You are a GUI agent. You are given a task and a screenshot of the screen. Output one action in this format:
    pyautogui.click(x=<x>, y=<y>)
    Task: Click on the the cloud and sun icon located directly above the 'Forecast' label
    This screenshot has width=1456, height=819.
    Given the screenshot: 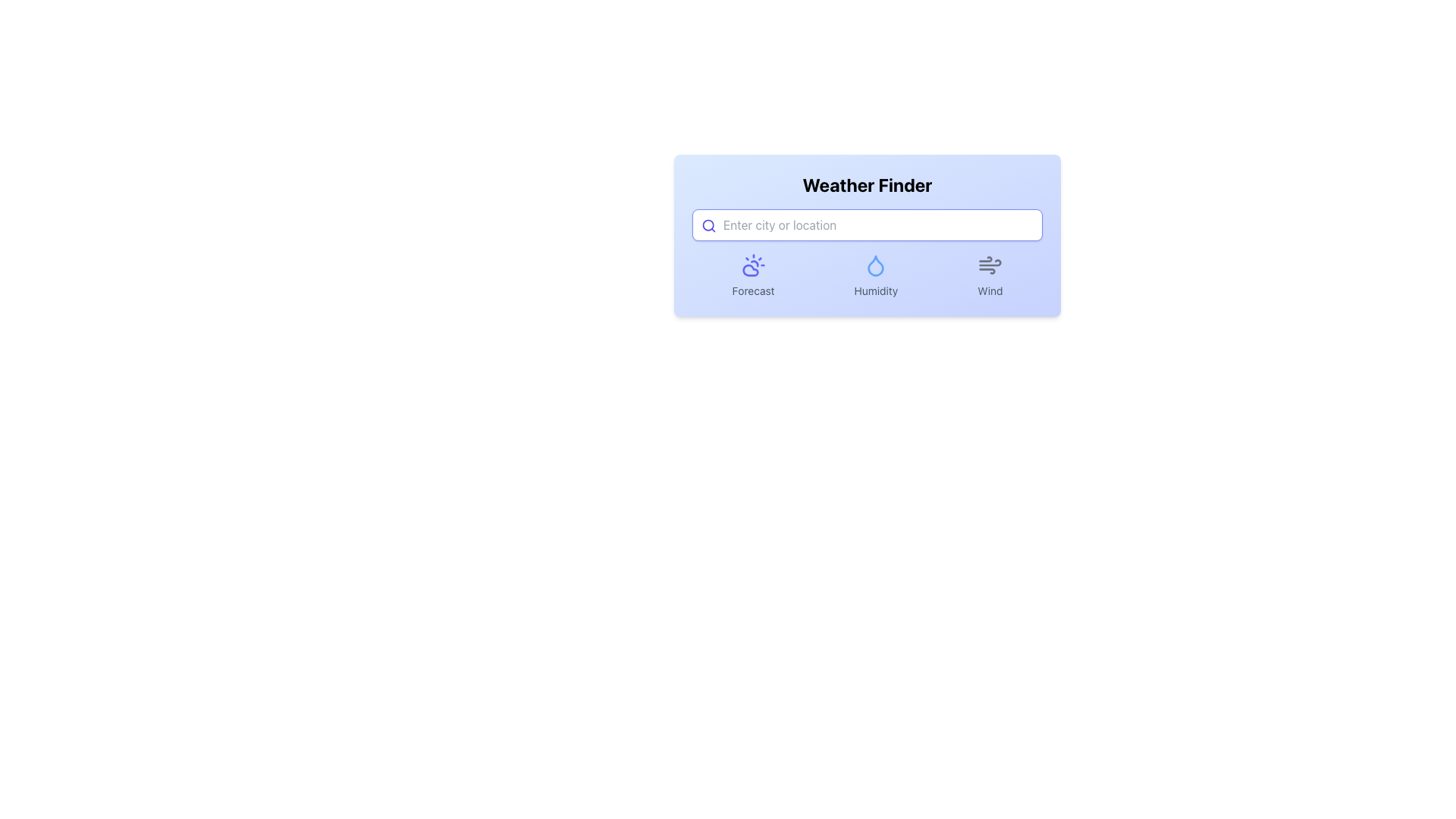 What is the action you would take?
    pyautogui.click(x=753, y=265)
    